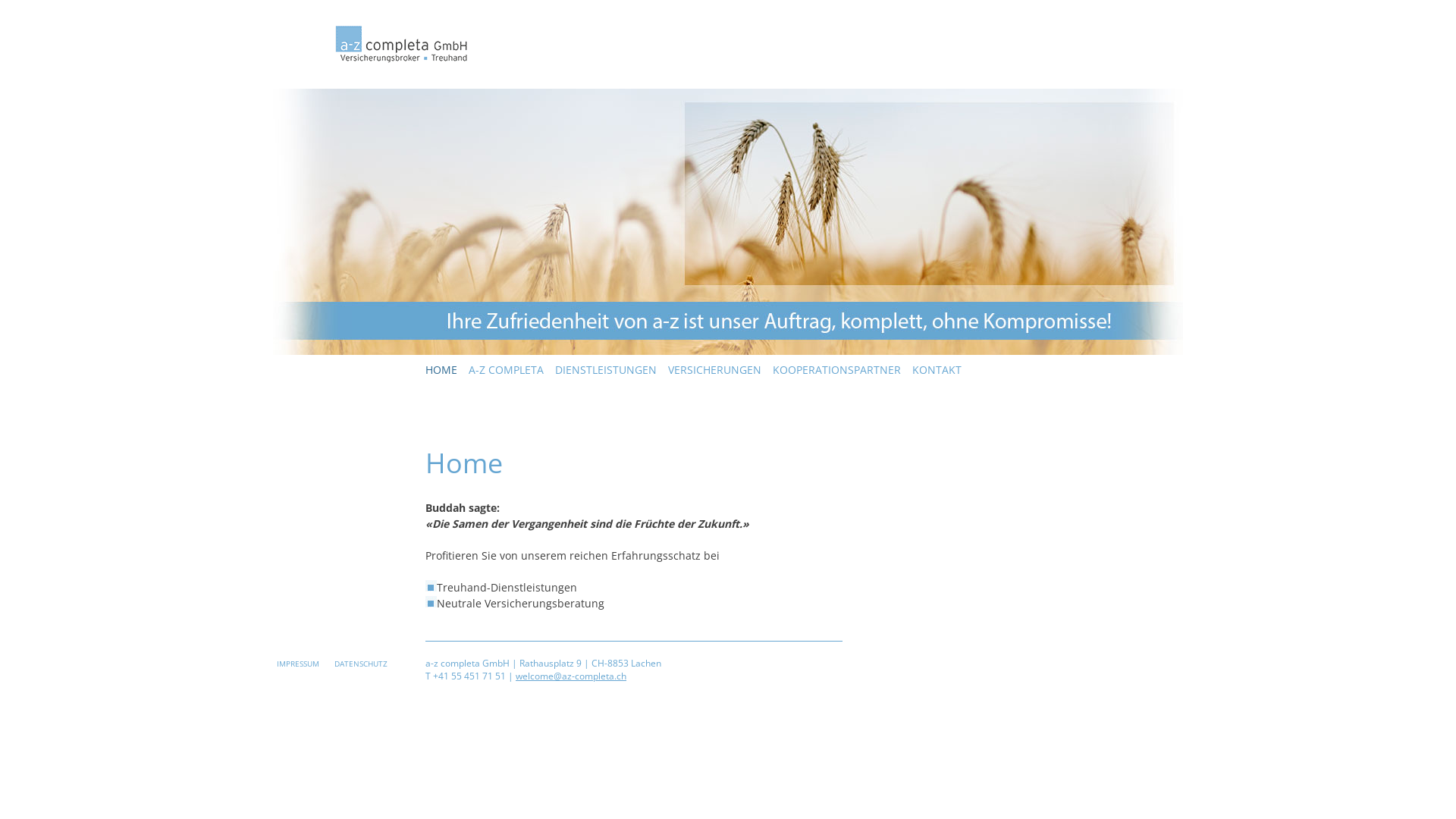 The width and height of the screenshot is (1456, 819). I want to click on 'welcome@az-completa.ch', so click(570, 675).